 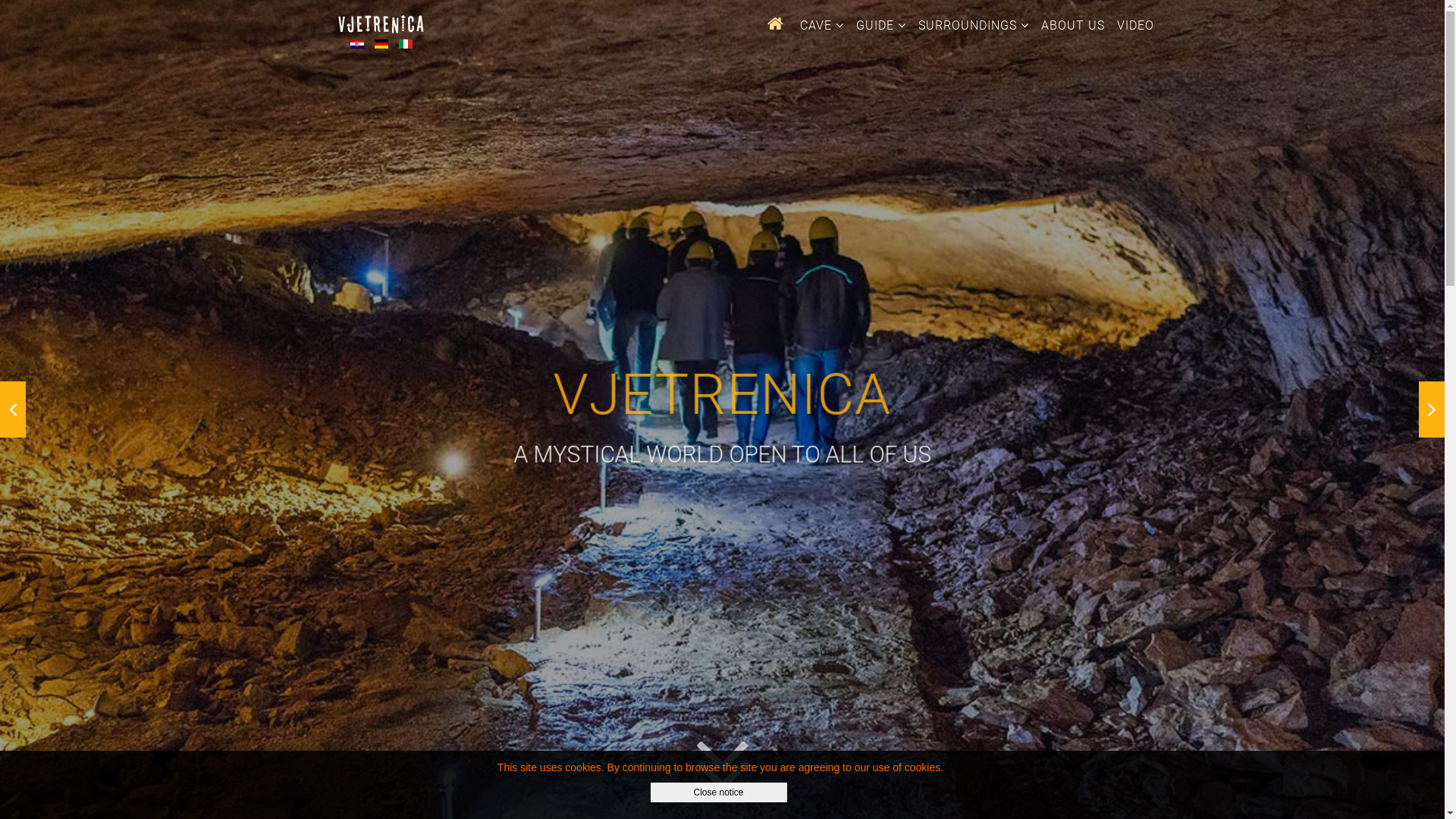 I want to click on 'Hrvatski', so click(x=356, y=42).